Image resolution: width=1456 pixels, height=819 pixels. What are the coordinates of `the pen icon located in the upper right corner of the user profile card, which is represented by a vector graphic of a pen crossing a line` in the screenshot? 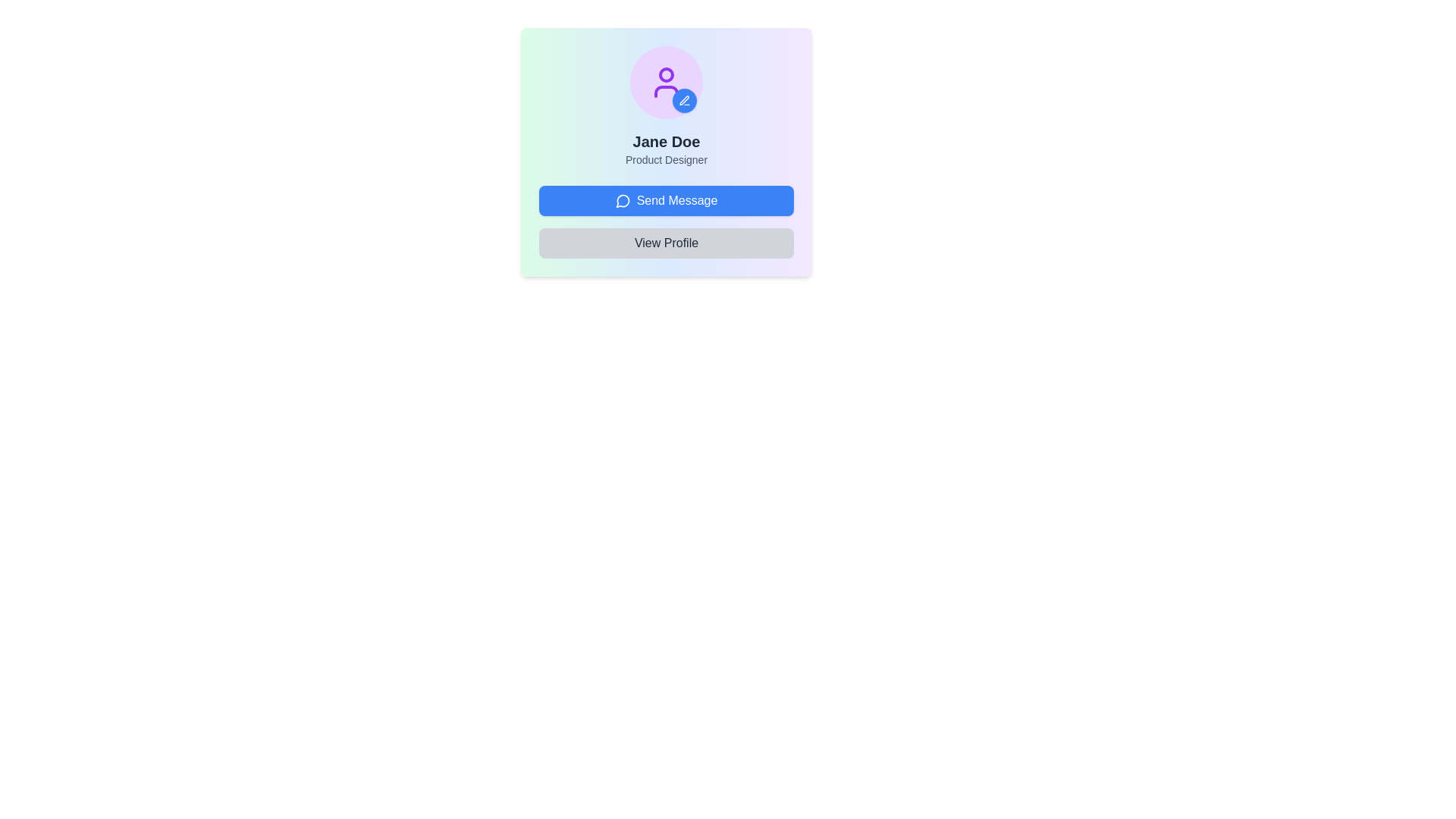 It's located at (683, 100).